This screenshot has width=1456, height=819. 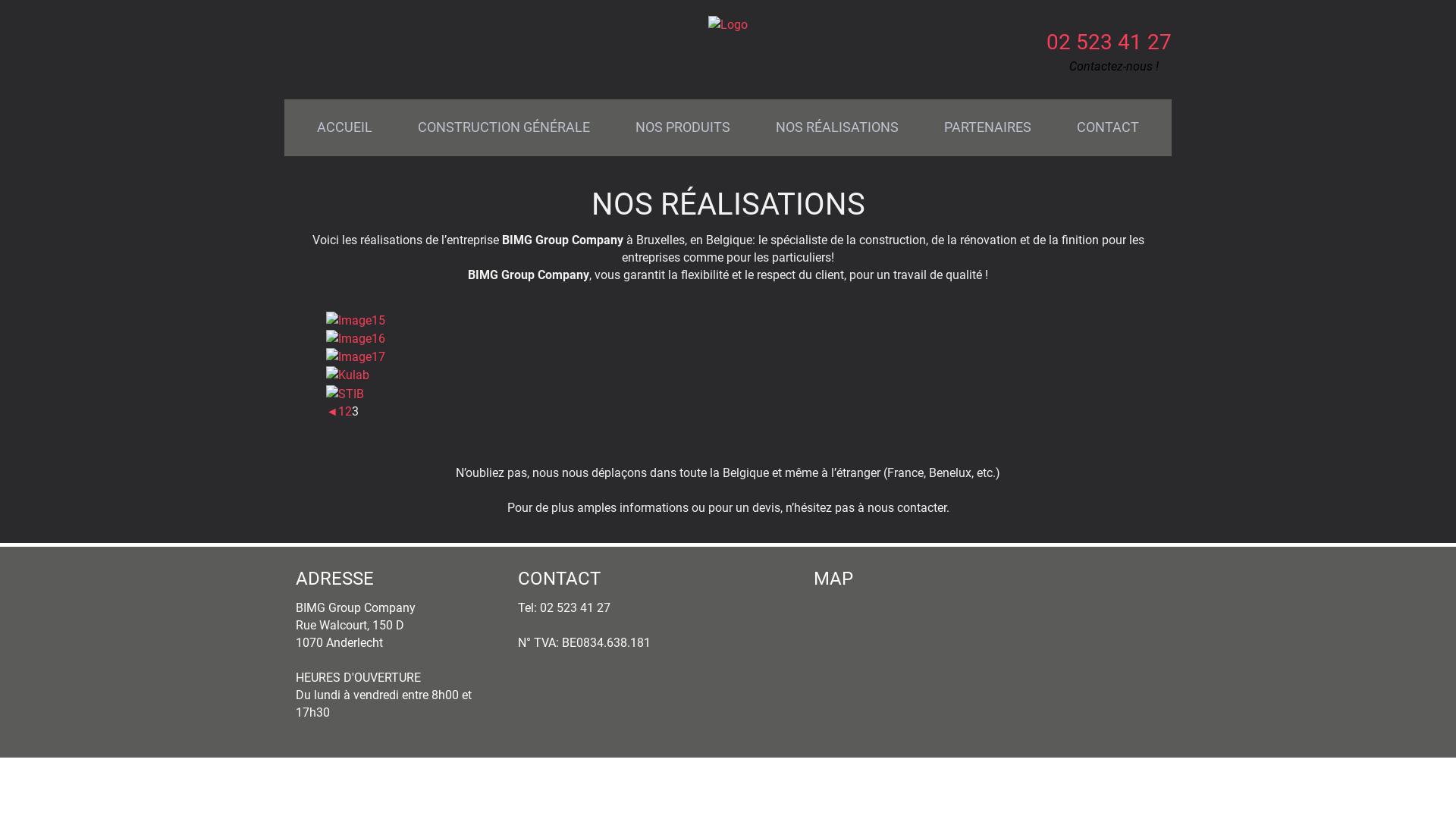 I want to click on 'ACCUEIL', so click(x=294, y=127).